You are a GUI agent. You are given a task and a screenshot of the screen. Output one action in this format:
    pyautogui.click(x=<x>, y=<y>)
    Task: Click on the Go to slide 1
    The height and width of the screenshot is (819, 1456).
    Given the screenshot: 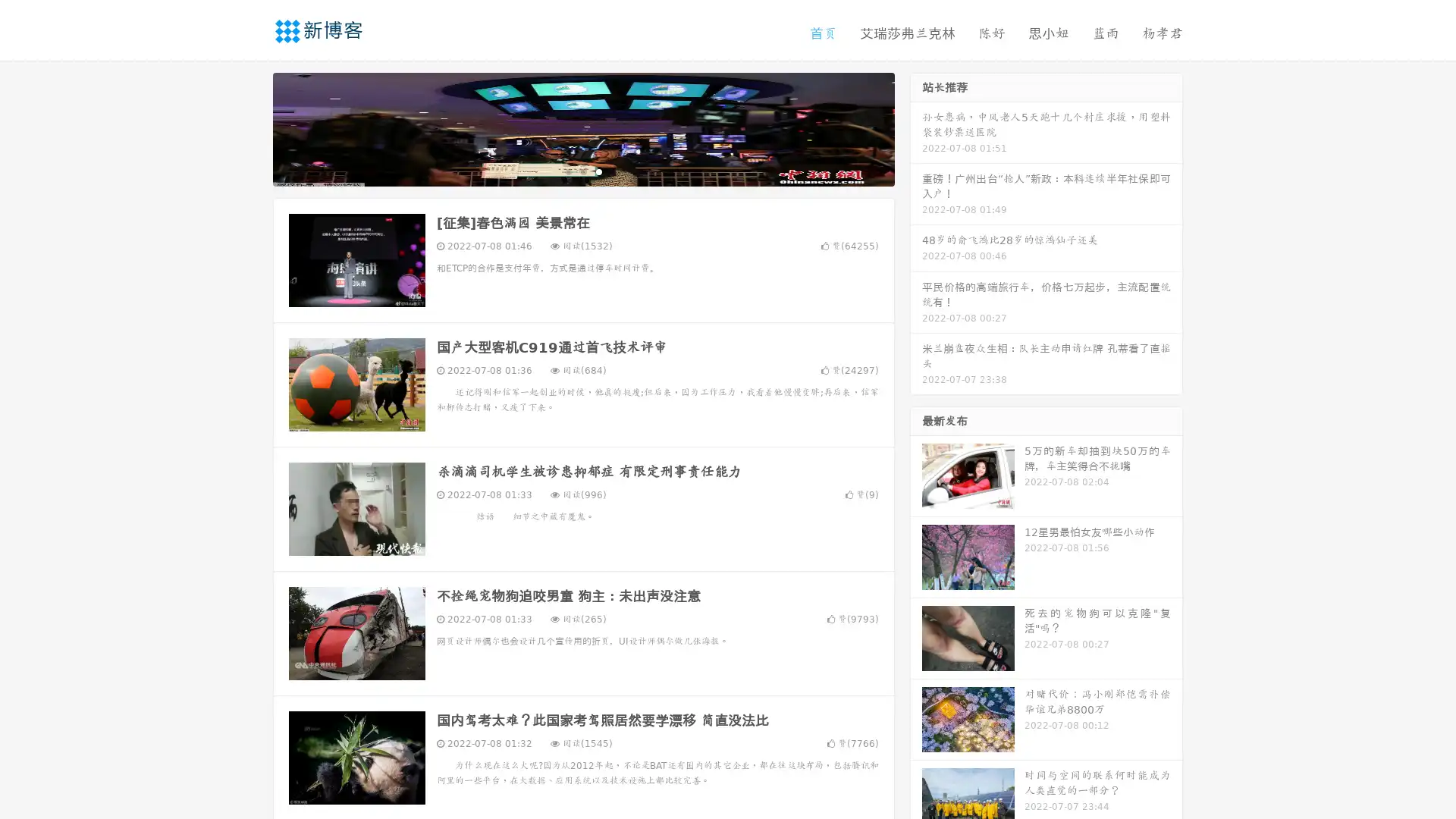 What is the action you would take?
    pyautogui.click(x=567, y=171)
    